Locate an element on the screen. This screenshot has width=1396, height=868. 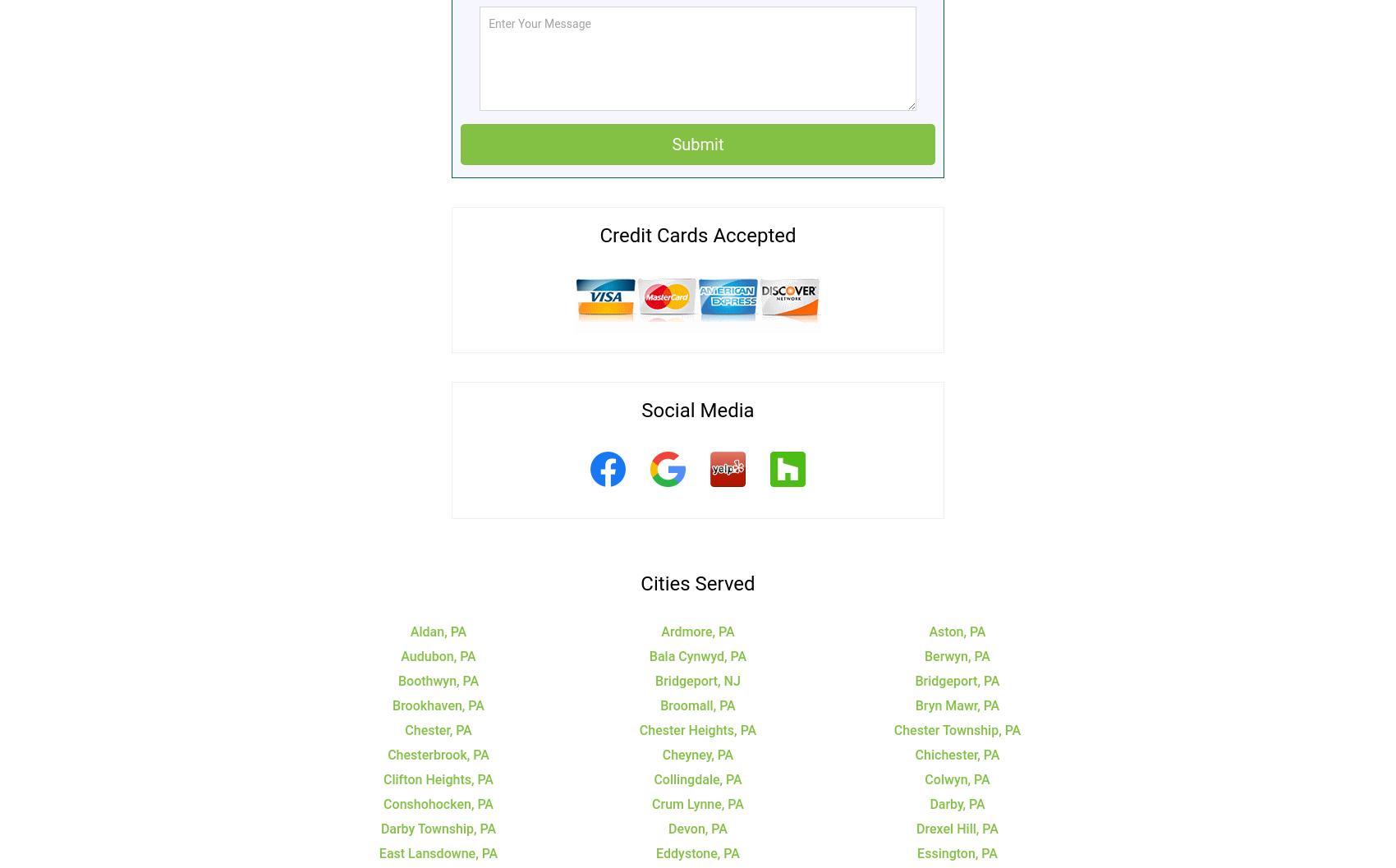
'East Lansdowne, PA' is located at coordinates (437, 852).